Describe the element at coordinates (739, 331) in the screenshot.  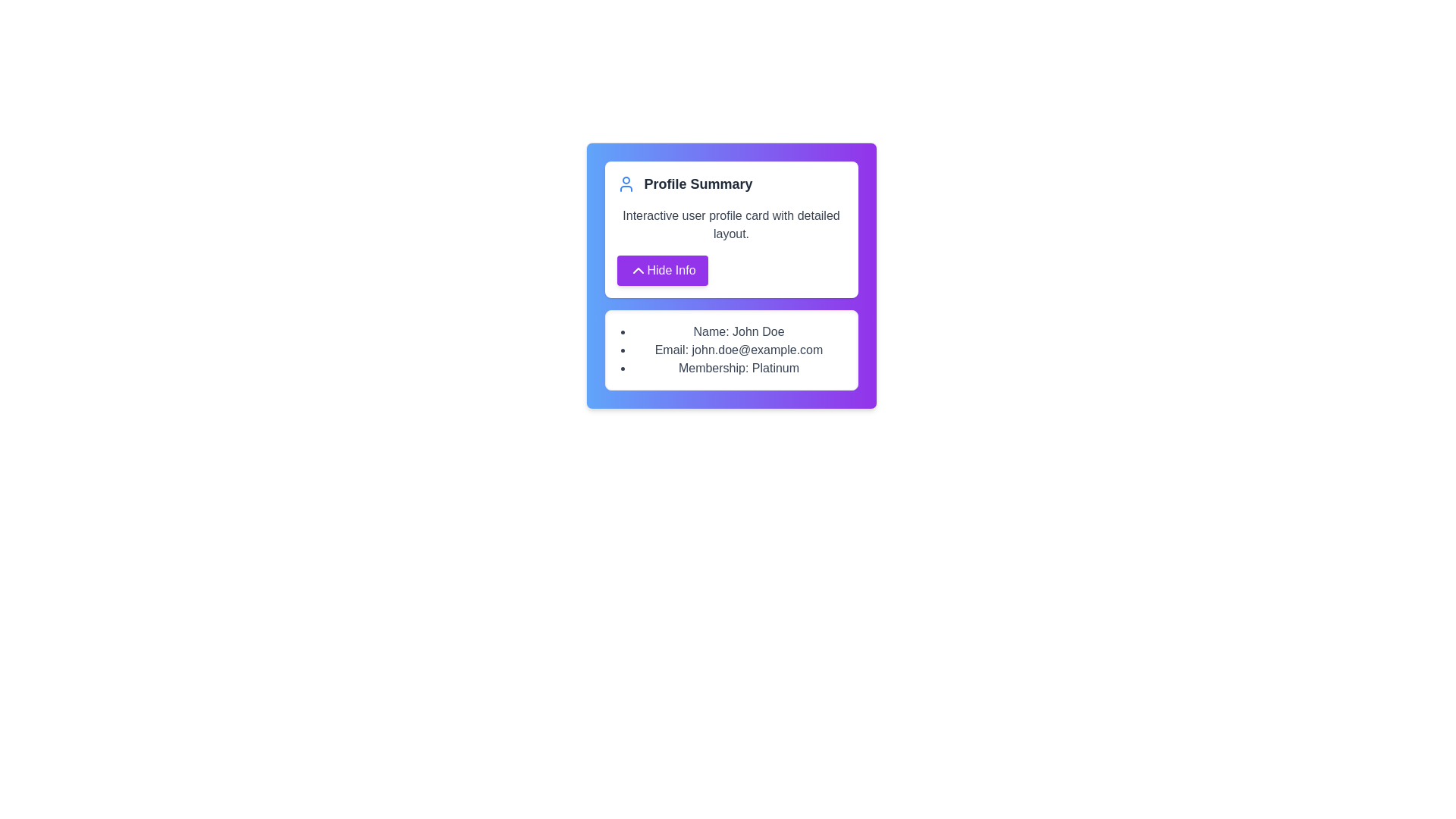
I see `the static text field displaying 'Name: John Doe', which is the first item in a bulleted list and styled with a gray font` at that location.